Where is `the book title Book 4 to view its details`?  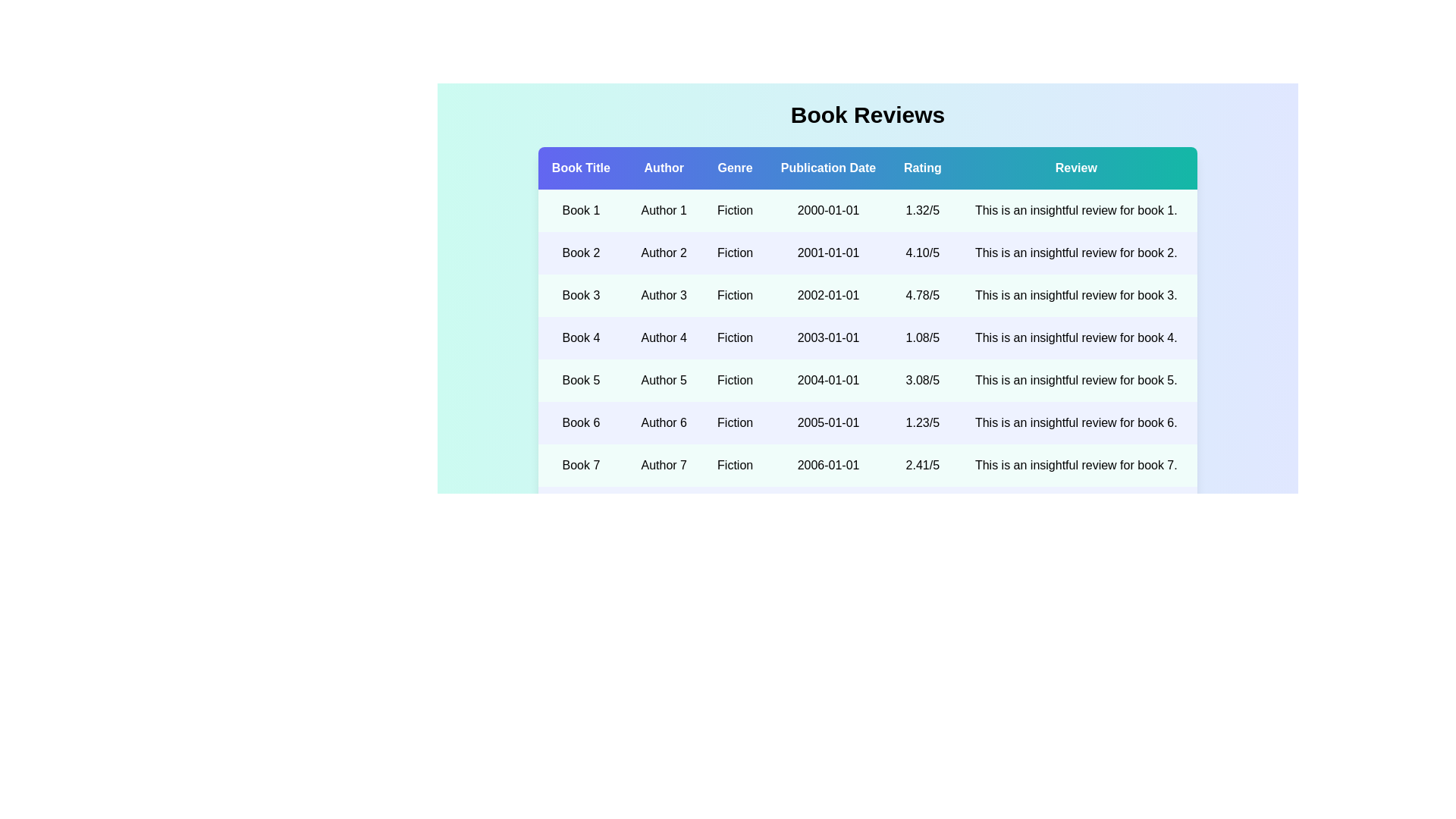
the book title Book 4 to view its details is located at coordinates (580, 337).